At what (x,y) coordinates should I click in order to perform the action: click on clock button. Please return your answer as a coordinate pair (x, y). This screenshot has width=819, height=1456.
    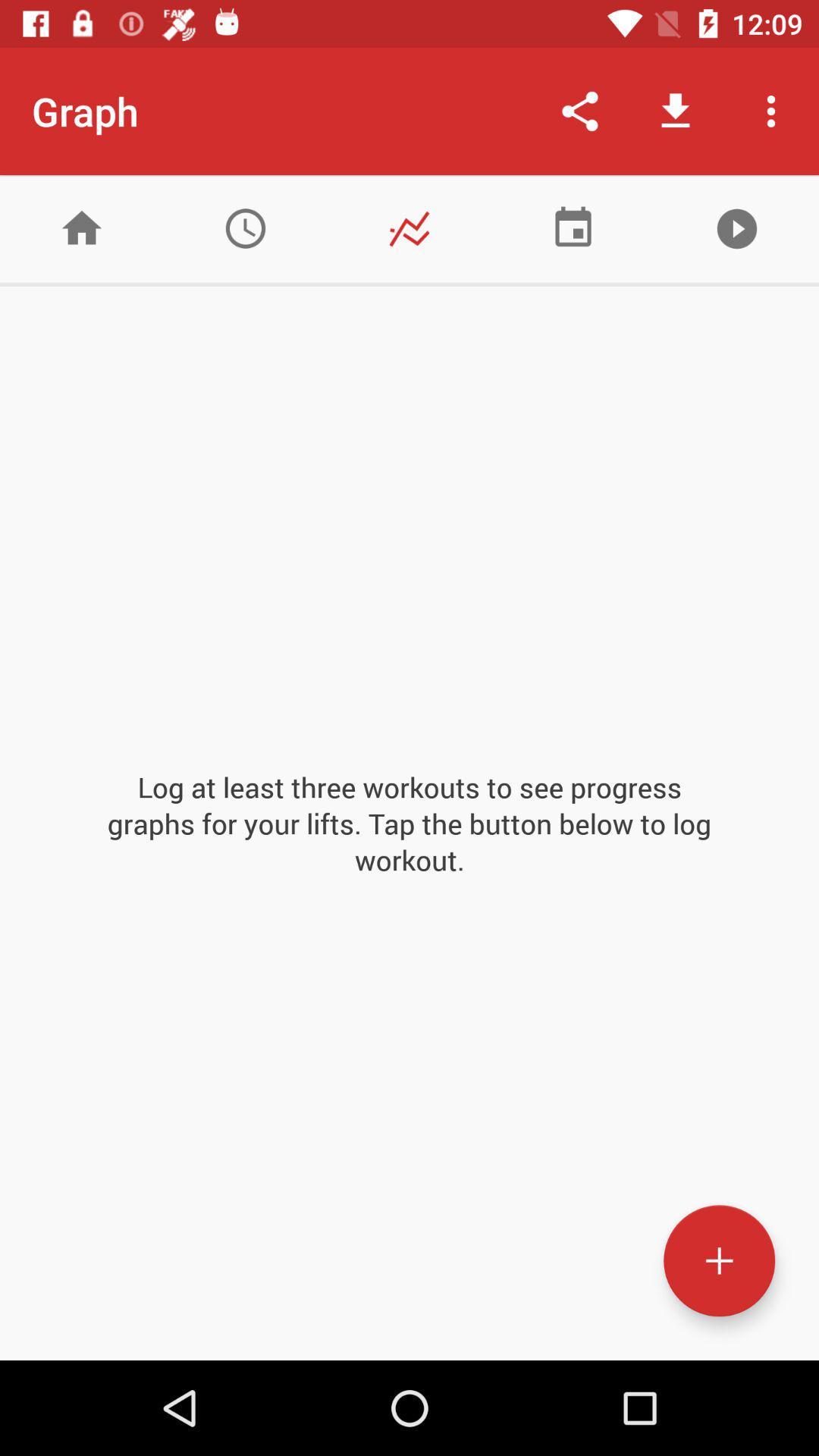
    Looking at the image, I should click on (245, 227).